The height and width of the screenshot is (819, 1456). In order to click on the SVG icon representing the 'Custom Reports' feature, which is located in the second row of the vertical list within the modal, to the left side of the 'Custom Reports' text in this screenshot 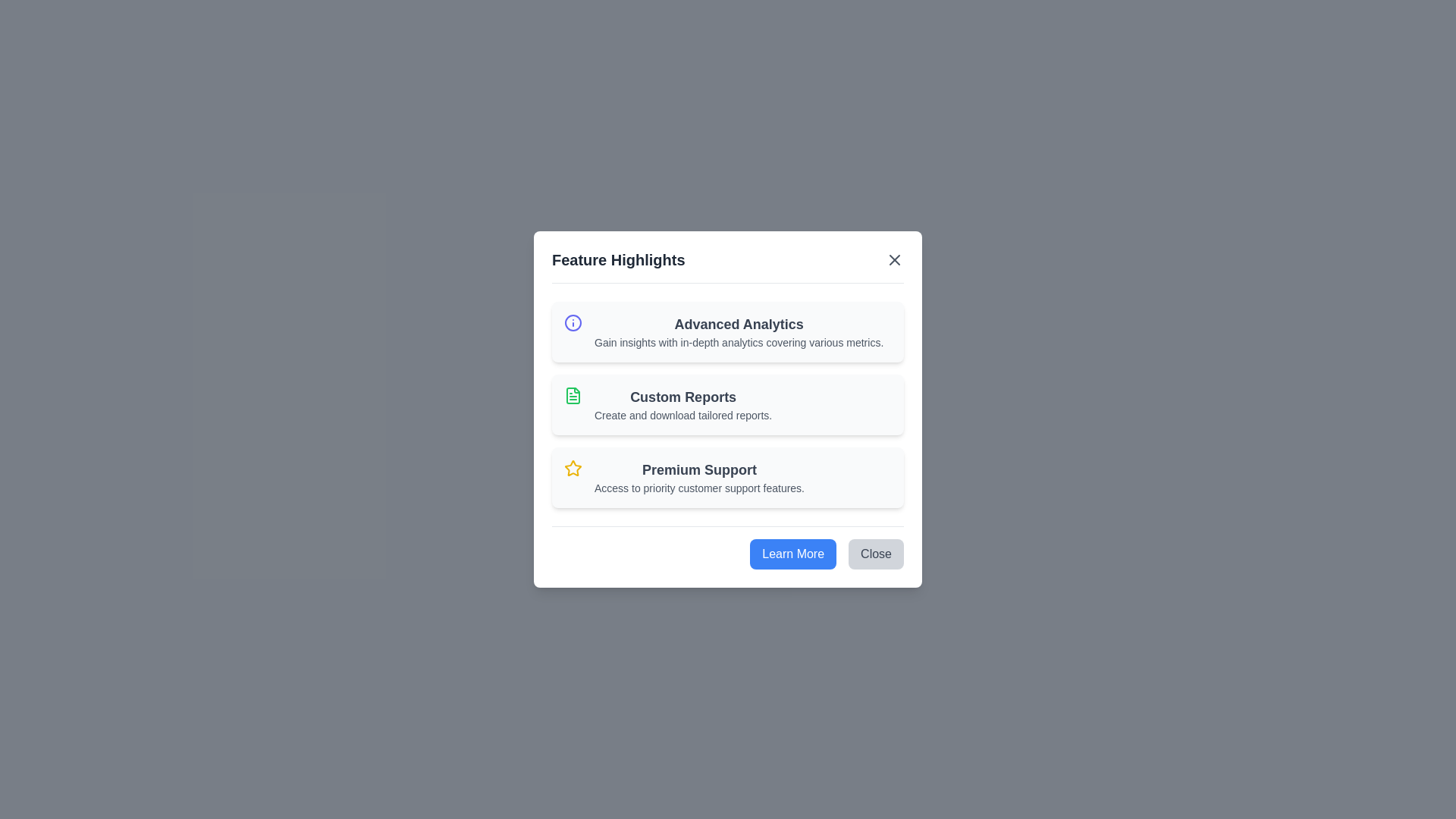, I will do `click(572, 394)`.